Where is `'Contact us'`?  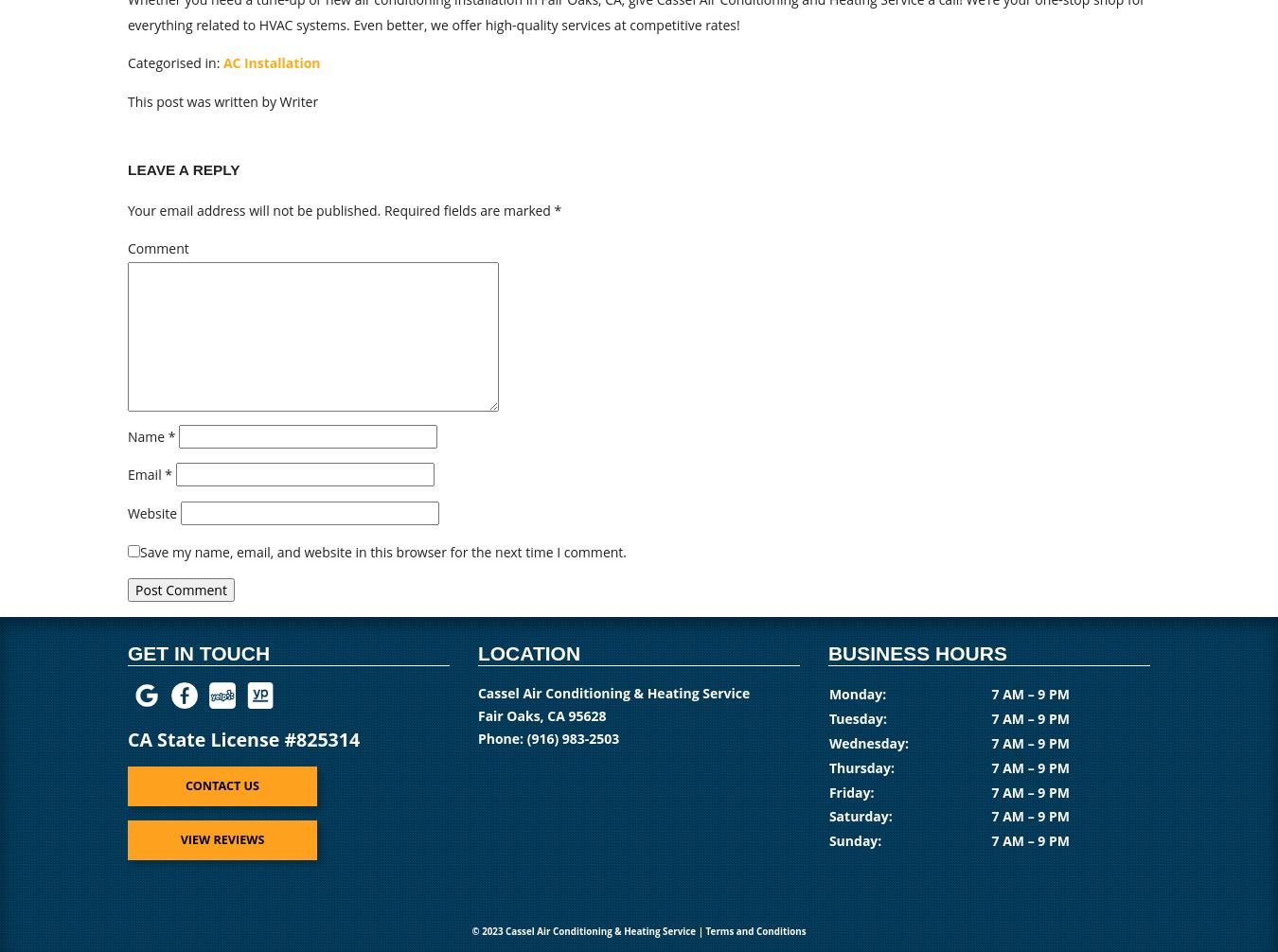 'Contact us' is located at coordinates (221, 785).